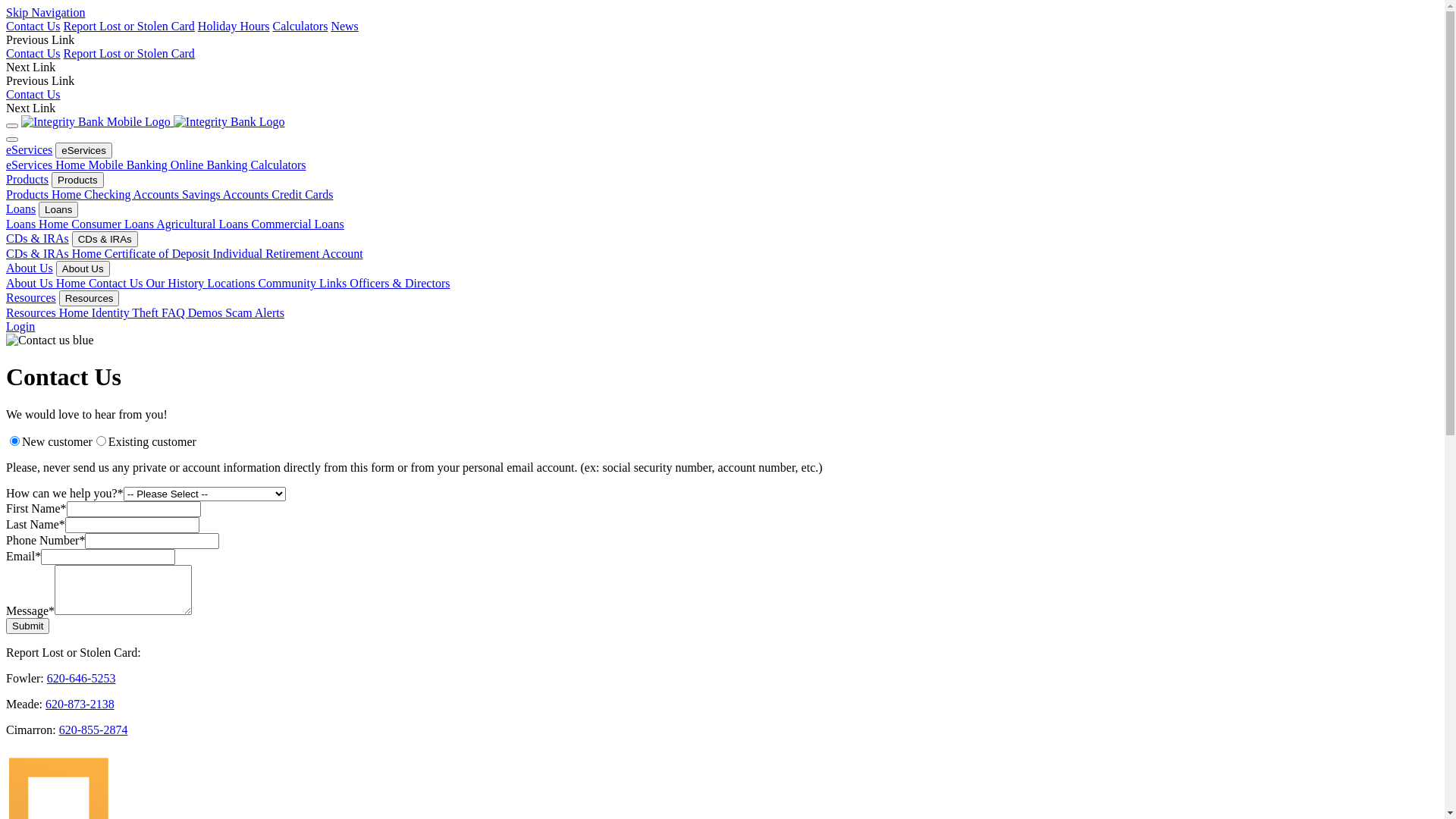  What do you see at coordinates (20, 325) in the screenshot?
I see `'Login'` at bounding box center [20, 325].